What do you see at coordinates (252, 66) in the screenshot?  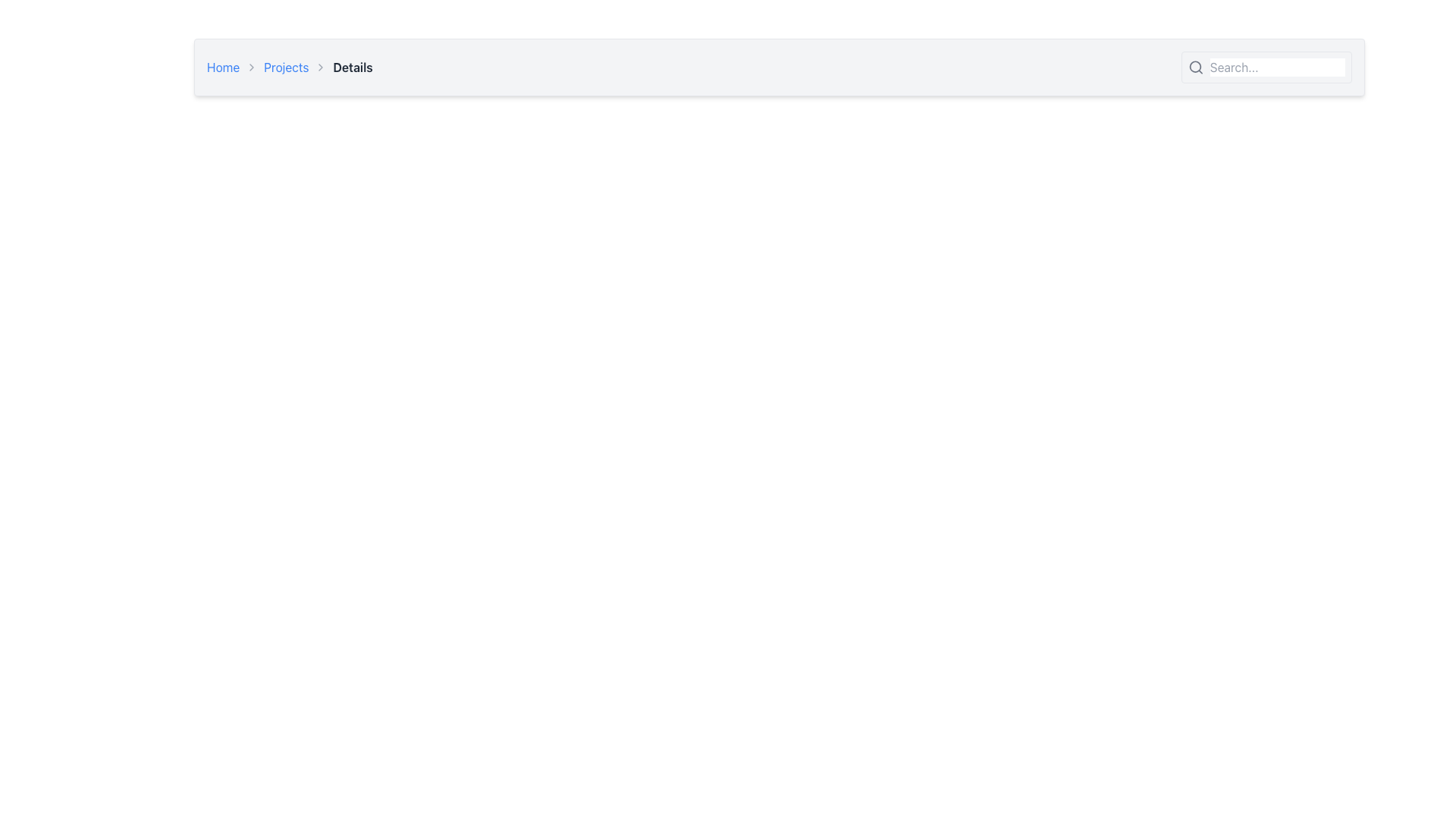 I see `the Chevron icon that visually separates the 'Home' and 'Projects' links in the breadcrumb navigation at the top of the interface` at bounding box center [252, 66].